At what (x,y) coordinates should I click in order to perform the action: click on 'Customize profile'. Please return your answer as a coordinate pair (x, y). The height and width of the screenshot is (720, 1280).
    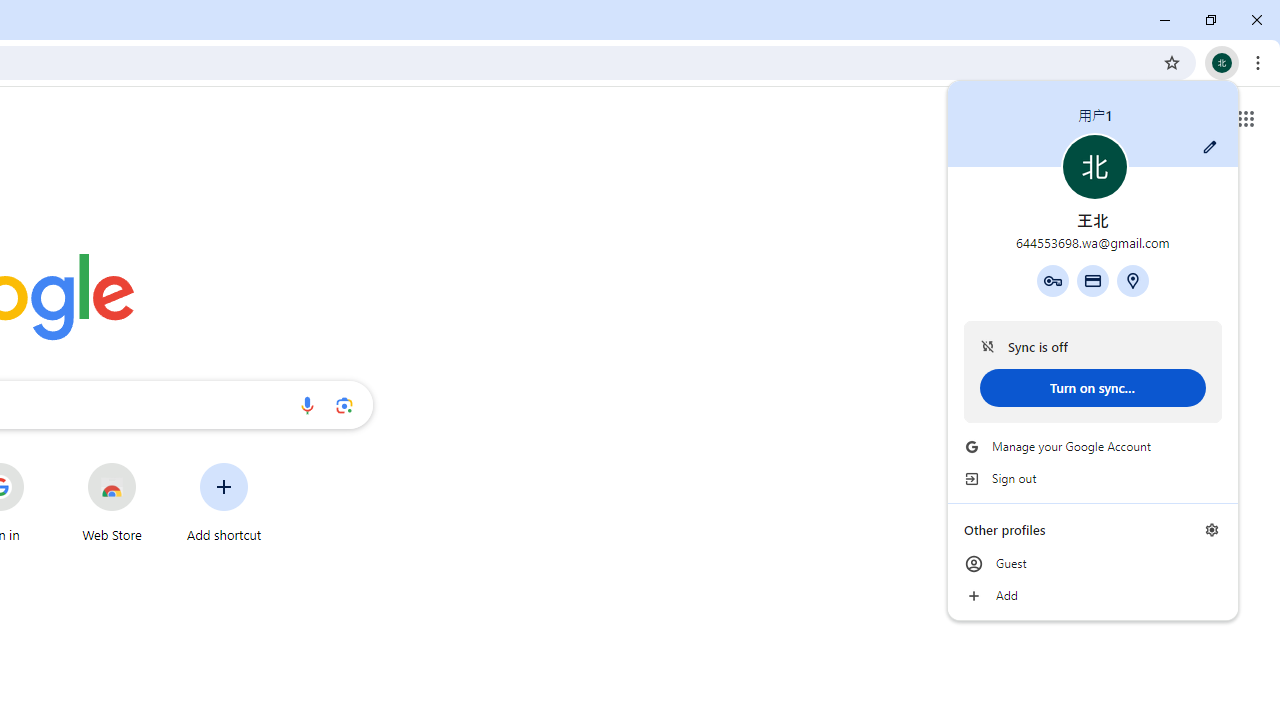
    Looking at the image, I should click on (1209, 146).